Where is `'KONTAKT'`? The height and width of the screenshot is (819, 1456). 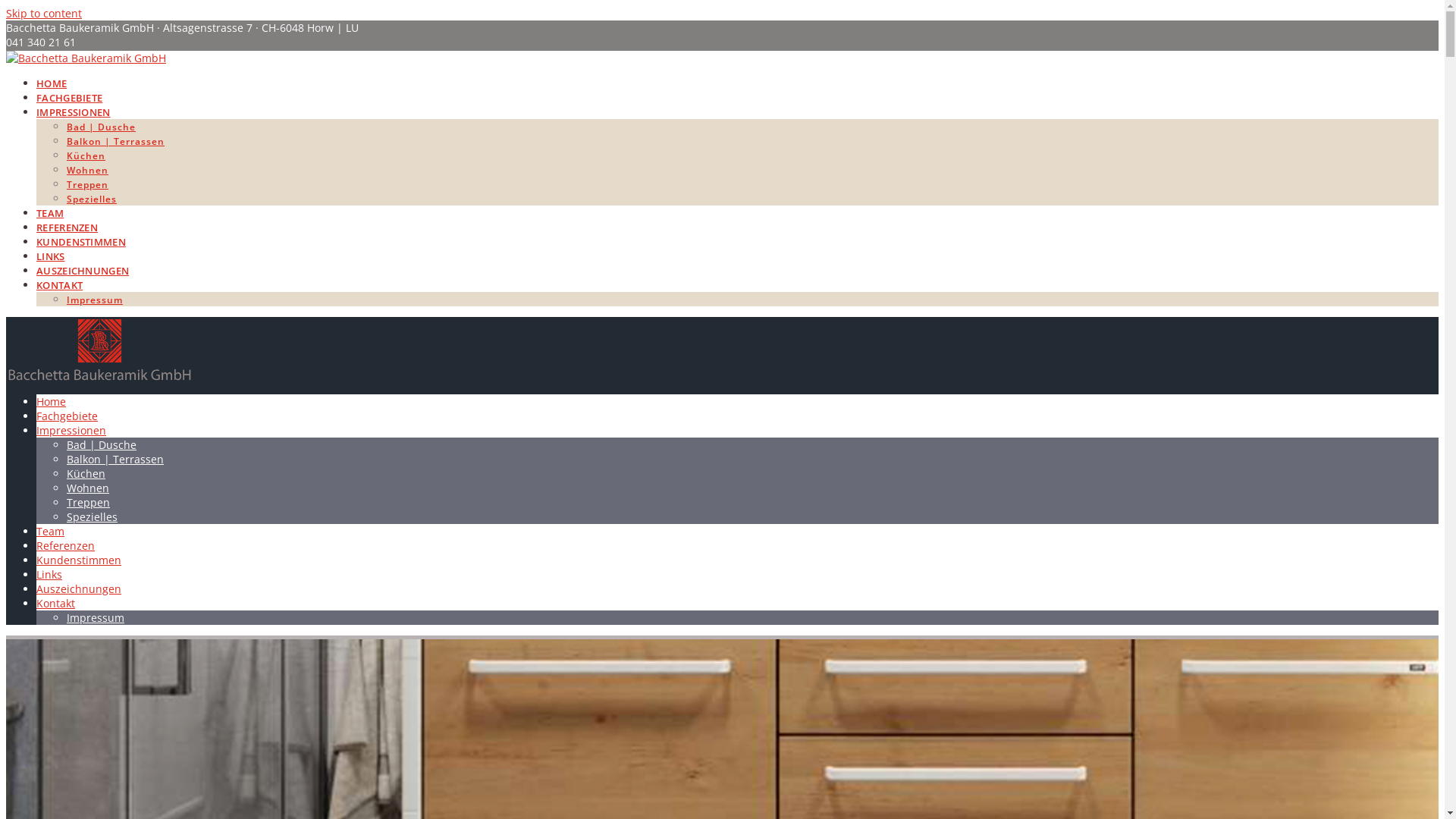
'KONTAKT' is located at coordinates (59, 285).